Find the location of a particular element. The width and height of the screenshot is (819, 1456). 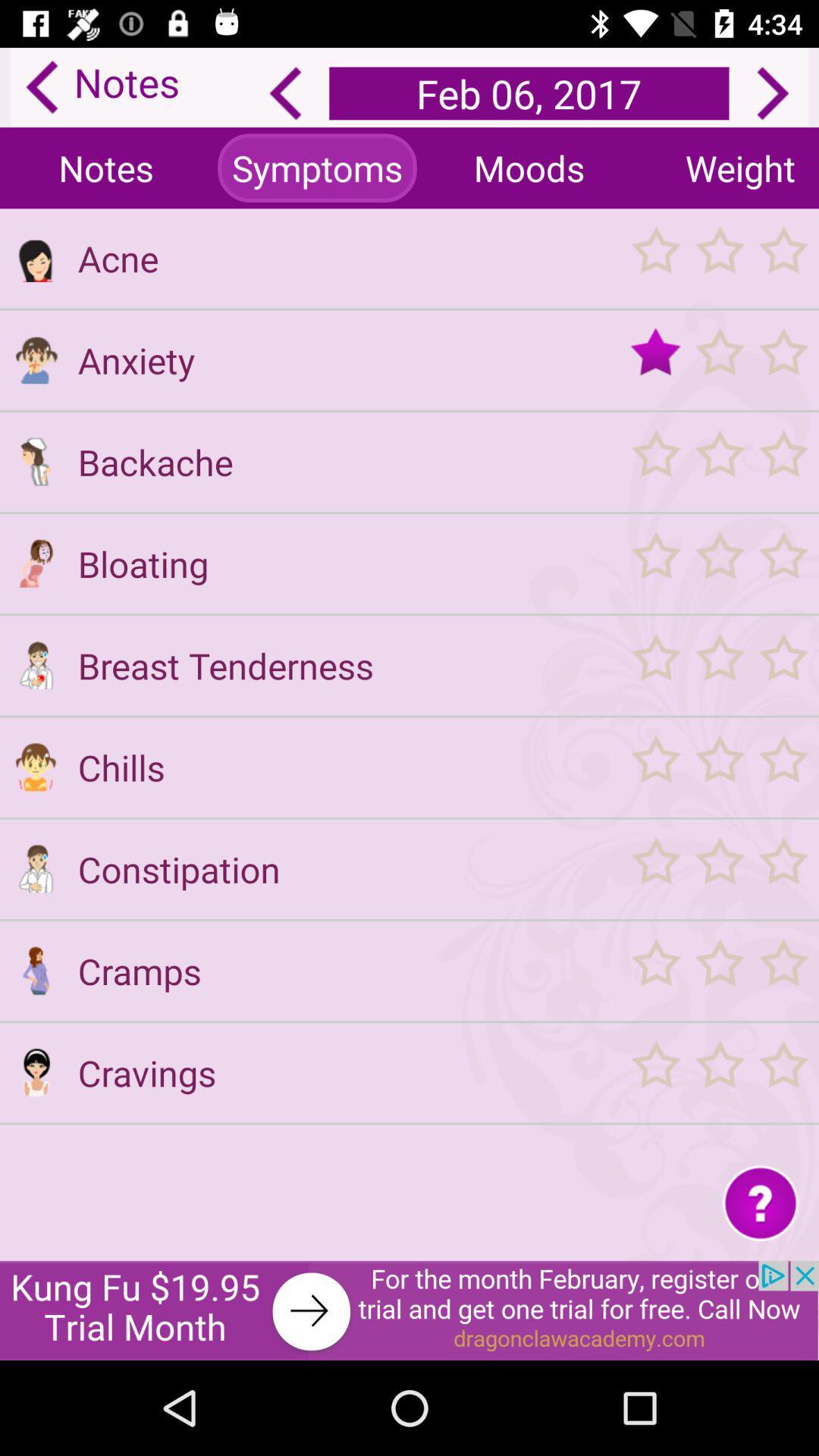

symptom constipation icon is located at coordinates (35, 869).